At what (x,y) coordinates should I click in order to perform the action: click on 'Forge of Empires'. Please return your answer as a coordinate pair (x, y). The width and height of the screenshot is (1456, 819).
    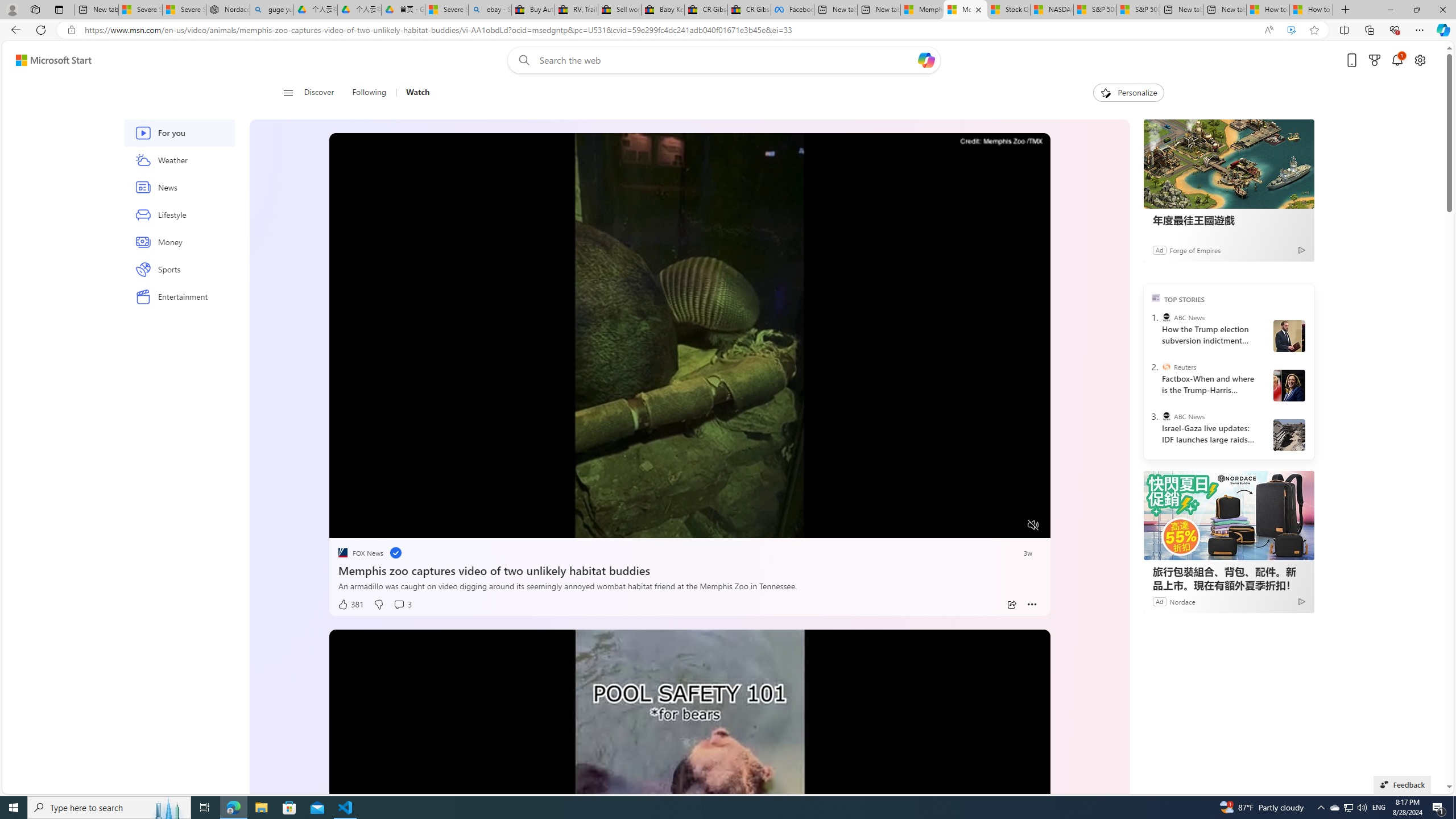
    Looking at the image, I should click on (1194, 249).